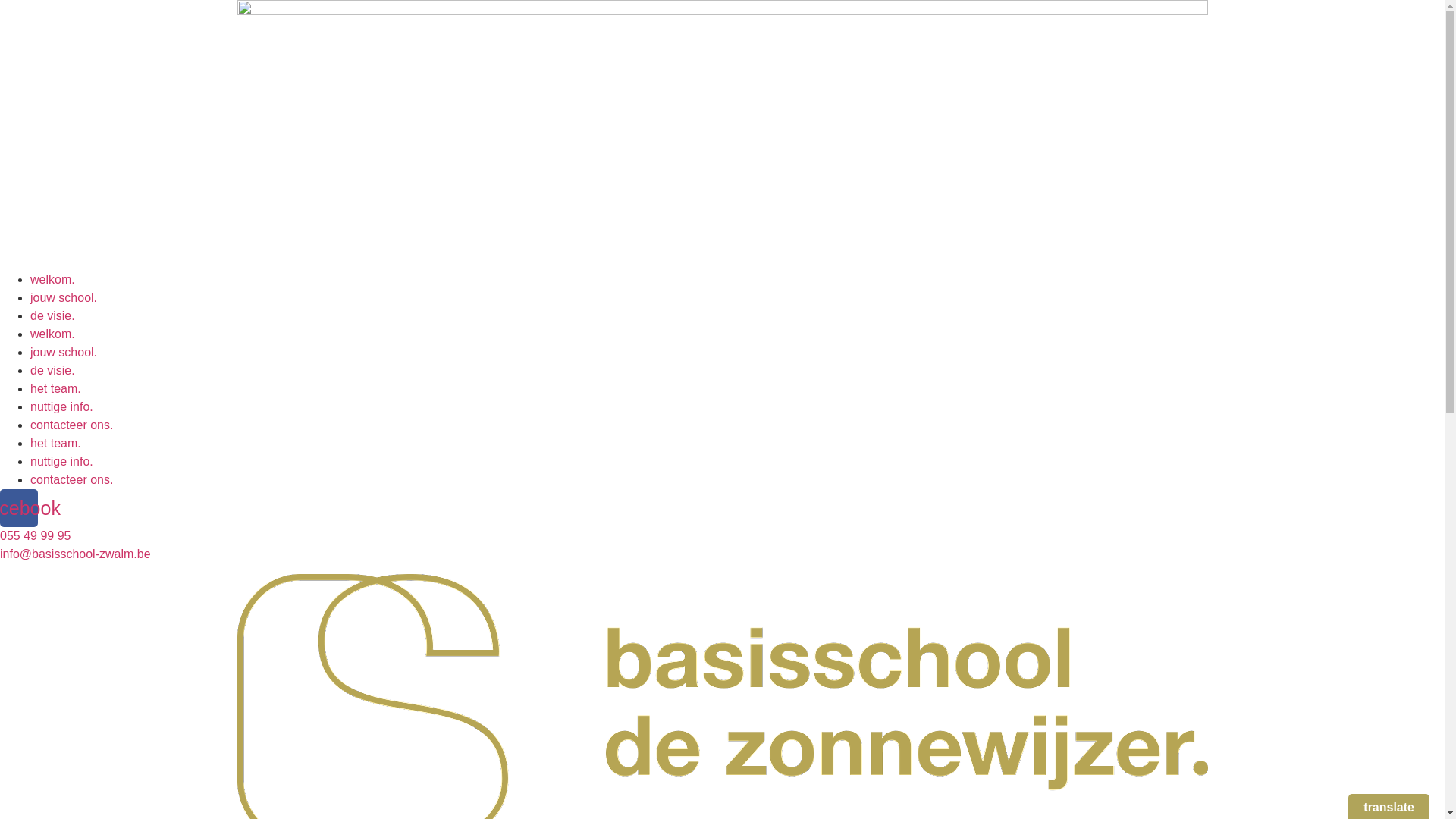  Describe the element at coordinates (35, 535) in the screenshot. I see `'055 49 99 95'` at that location.